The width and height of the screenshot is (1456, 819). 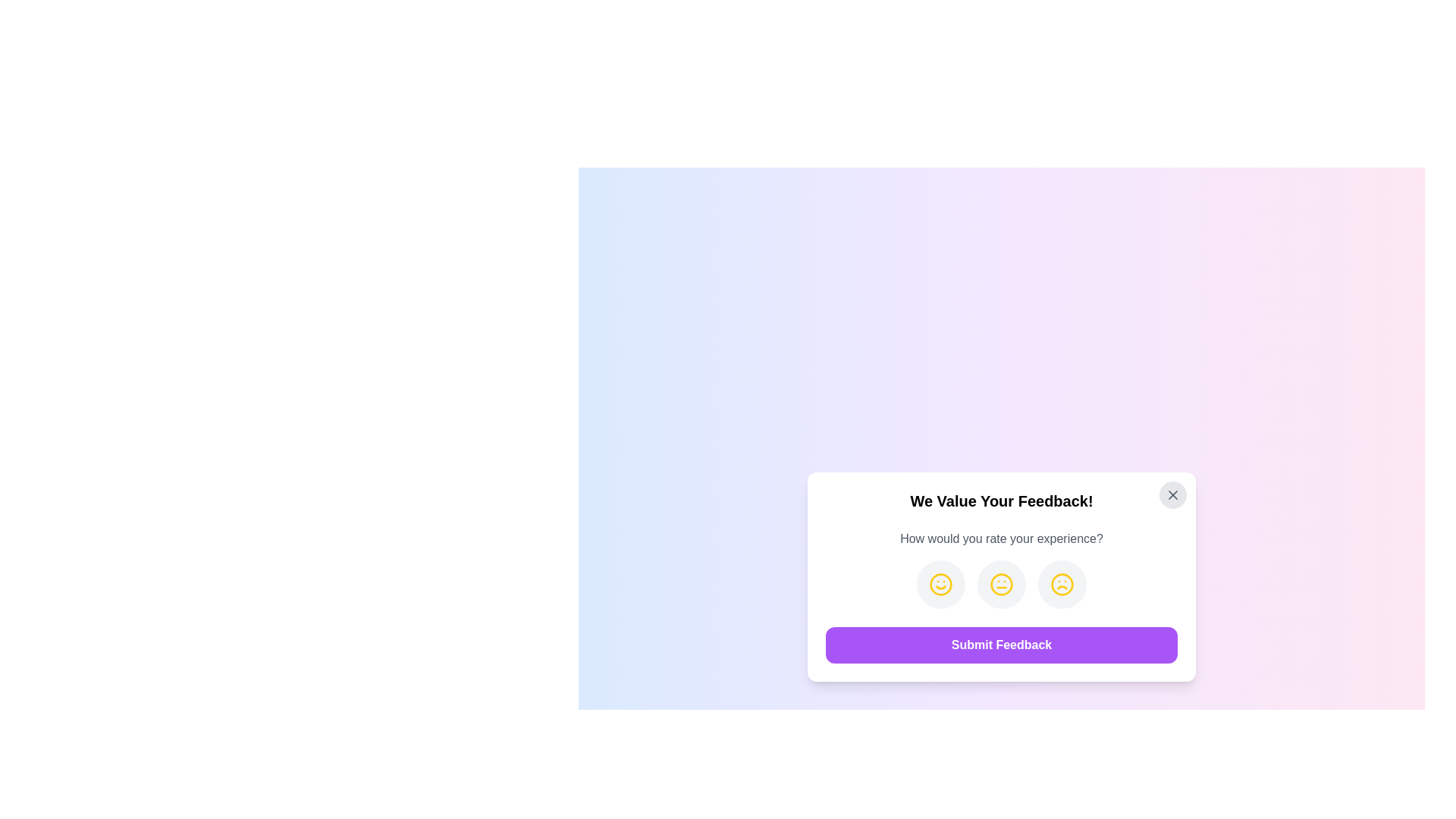 What do you see at coordinates (1001, 584) in the screenshot?
I see `the neutral rating button located below the text 'How would you rate your experience?'` at bounding box center [1001, 584].